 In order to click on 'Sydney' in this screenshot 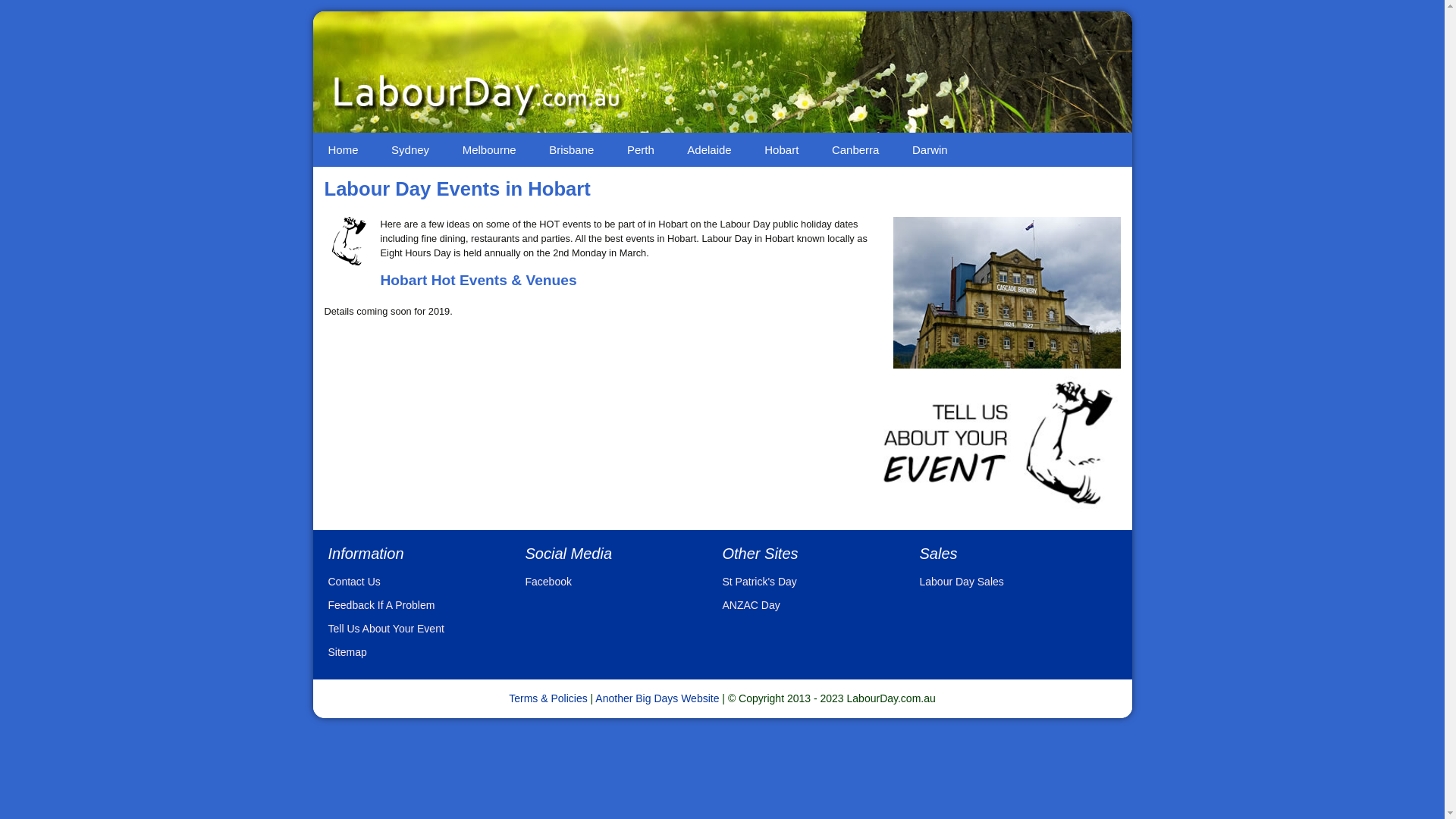, I will do `click(410, 149)`.